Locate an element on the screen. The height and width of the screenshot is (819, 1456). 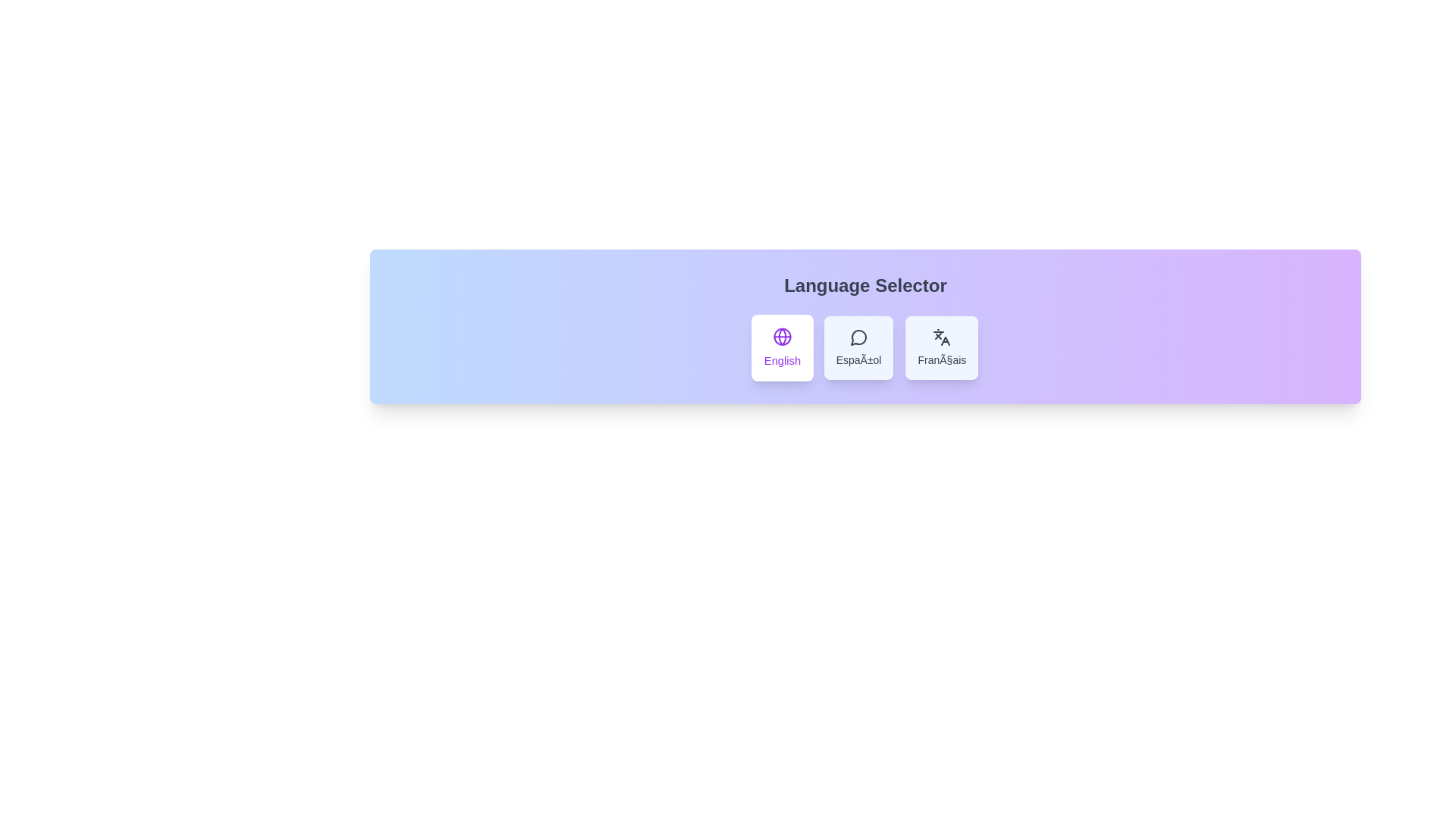
the English button to select the desired language is located at coordinates (782, 348).